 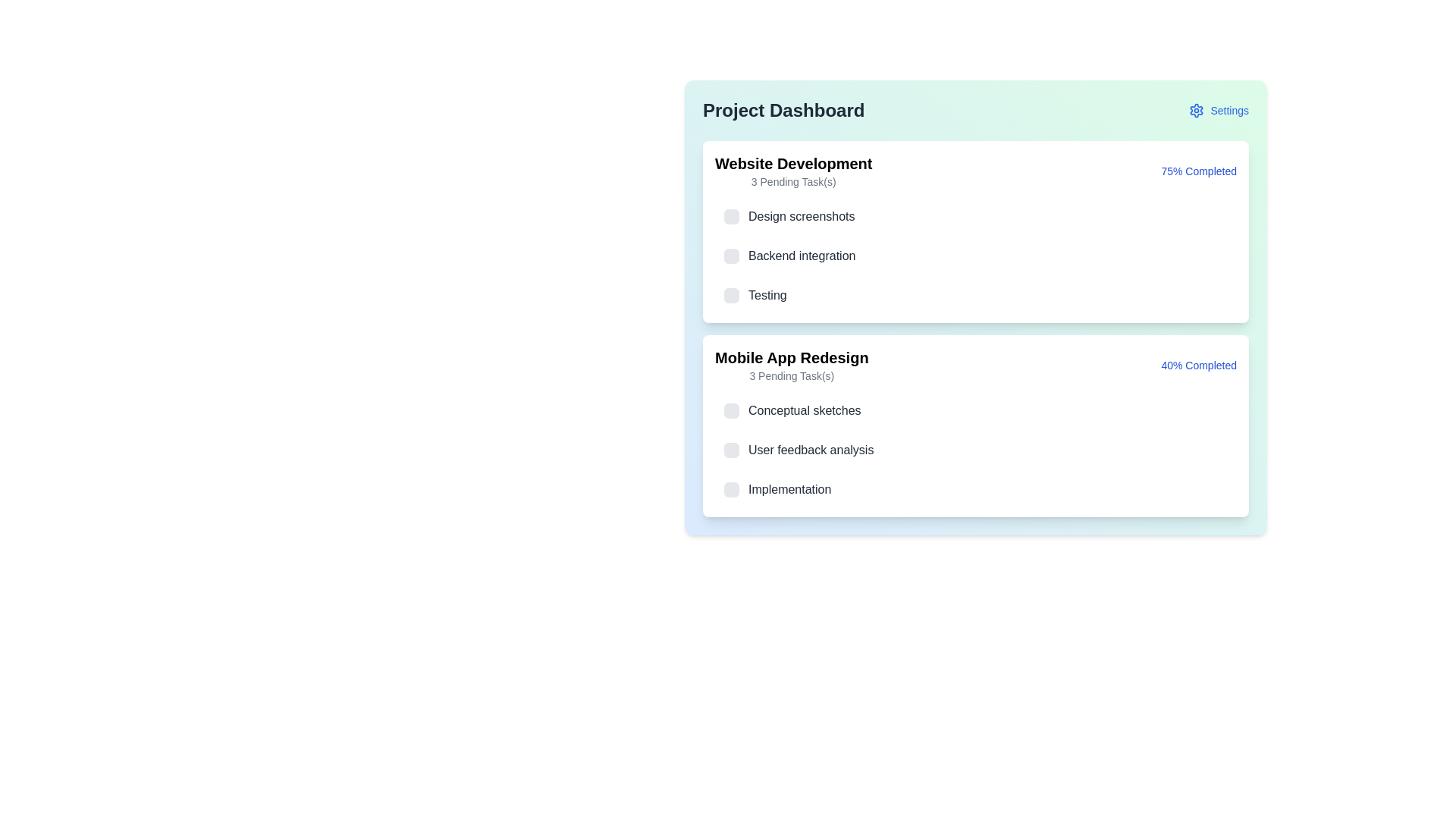 I want to click on title content of the Text Label that identifies the 'Mobile App Redesign' project, which is located at the top of its section, so click(x=791, y=357).